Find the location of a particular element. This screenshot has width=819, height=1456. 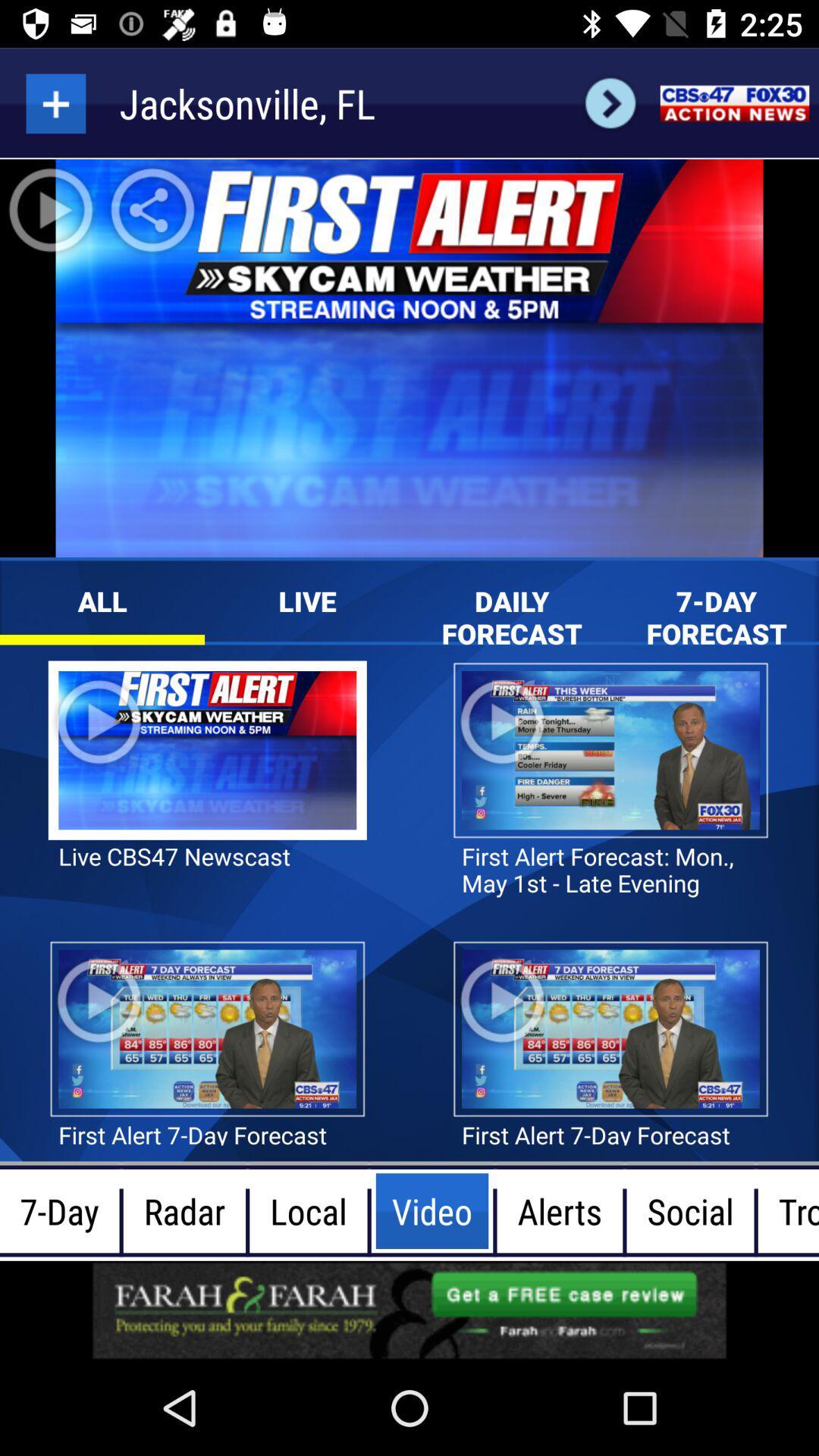

advertisement website is located at coordinates (409, 1310).